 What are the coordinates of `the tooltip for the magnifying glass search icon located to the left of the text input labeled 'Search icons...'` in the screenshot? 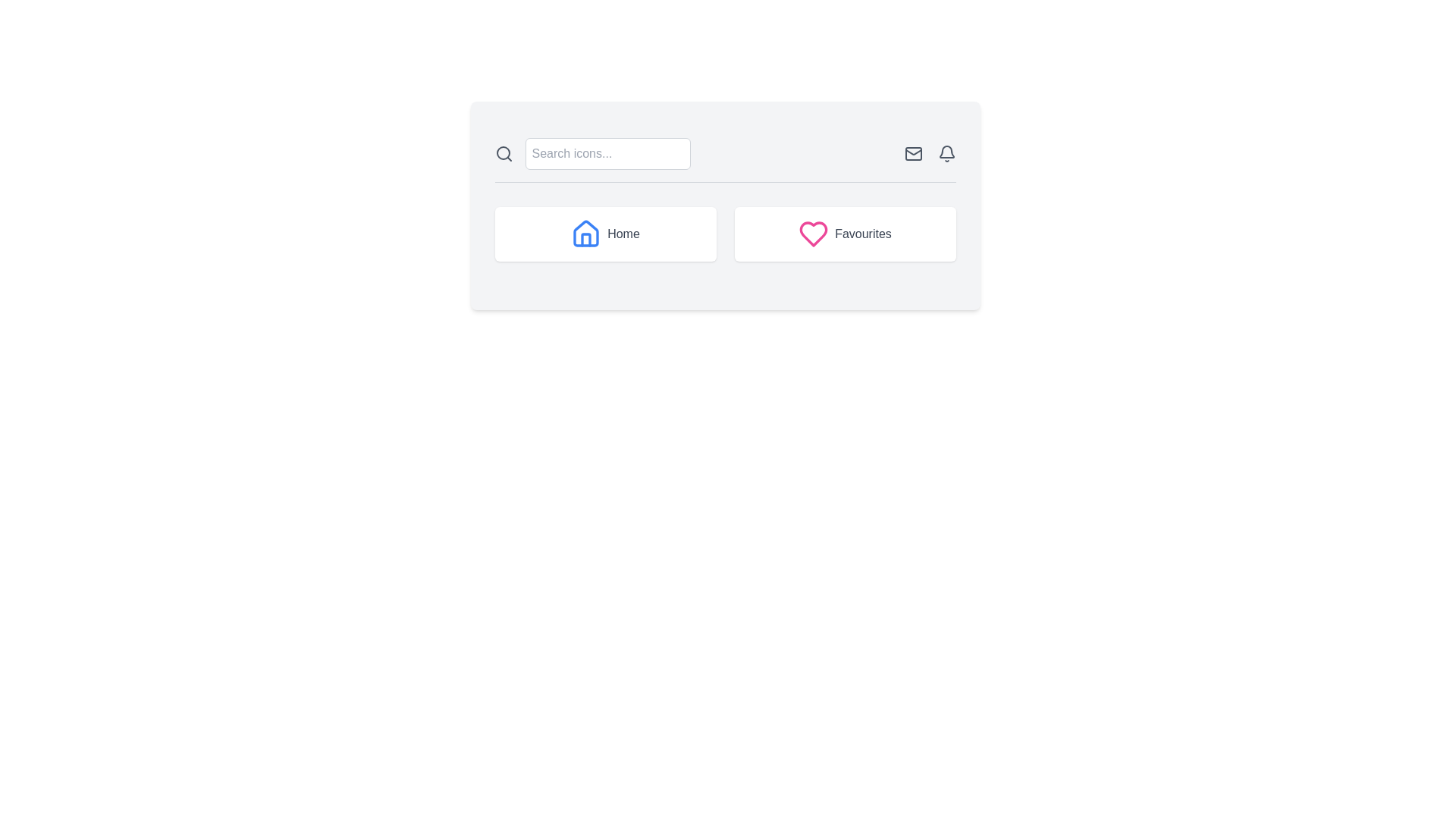 It's located at (504, 154).